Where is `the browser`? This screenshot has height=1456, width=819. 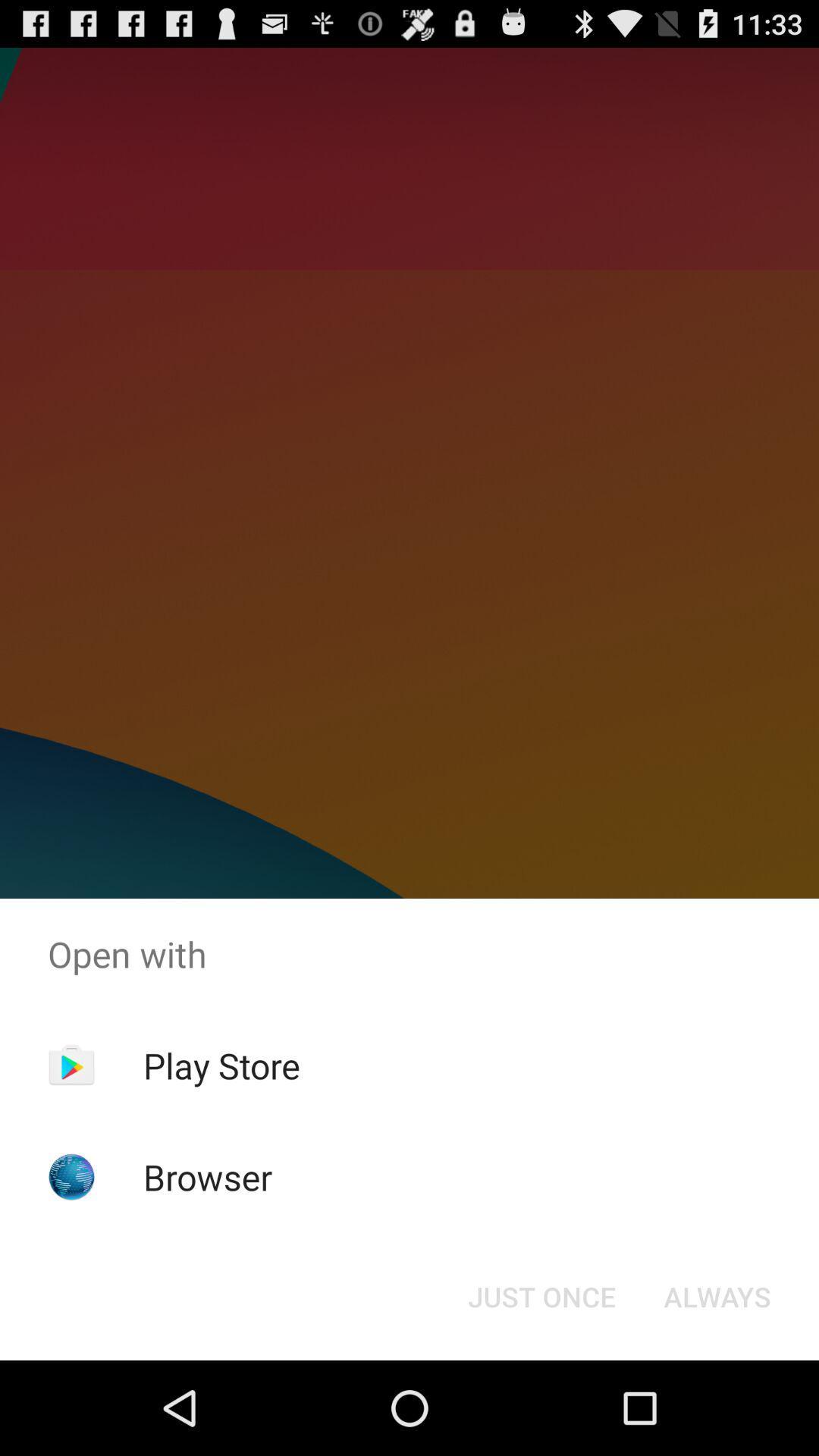
the browser is located at coordinates (208, 1176).